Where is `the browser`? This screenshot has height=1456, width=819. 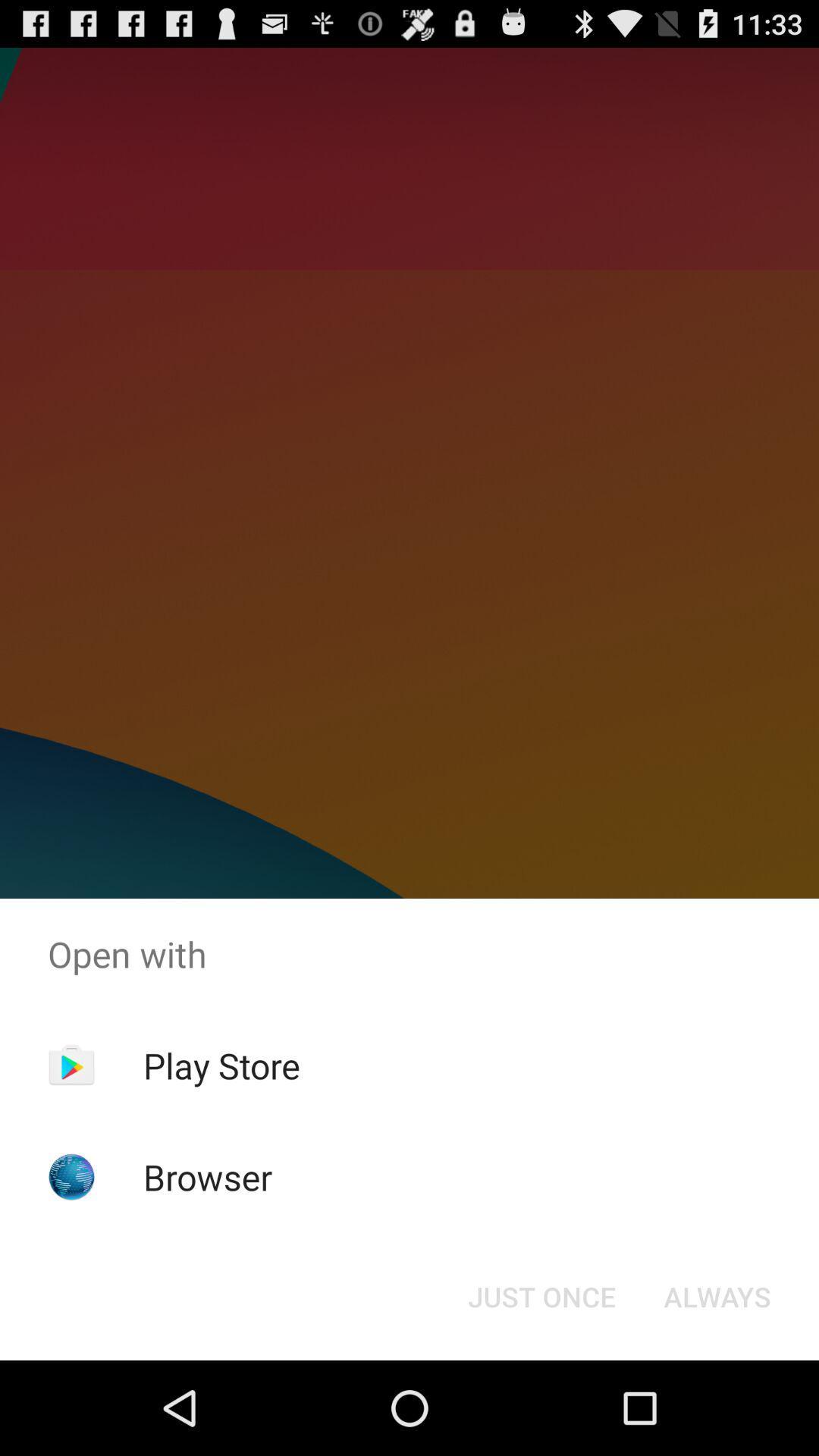
the browser is located at coordinates (208, 1176).